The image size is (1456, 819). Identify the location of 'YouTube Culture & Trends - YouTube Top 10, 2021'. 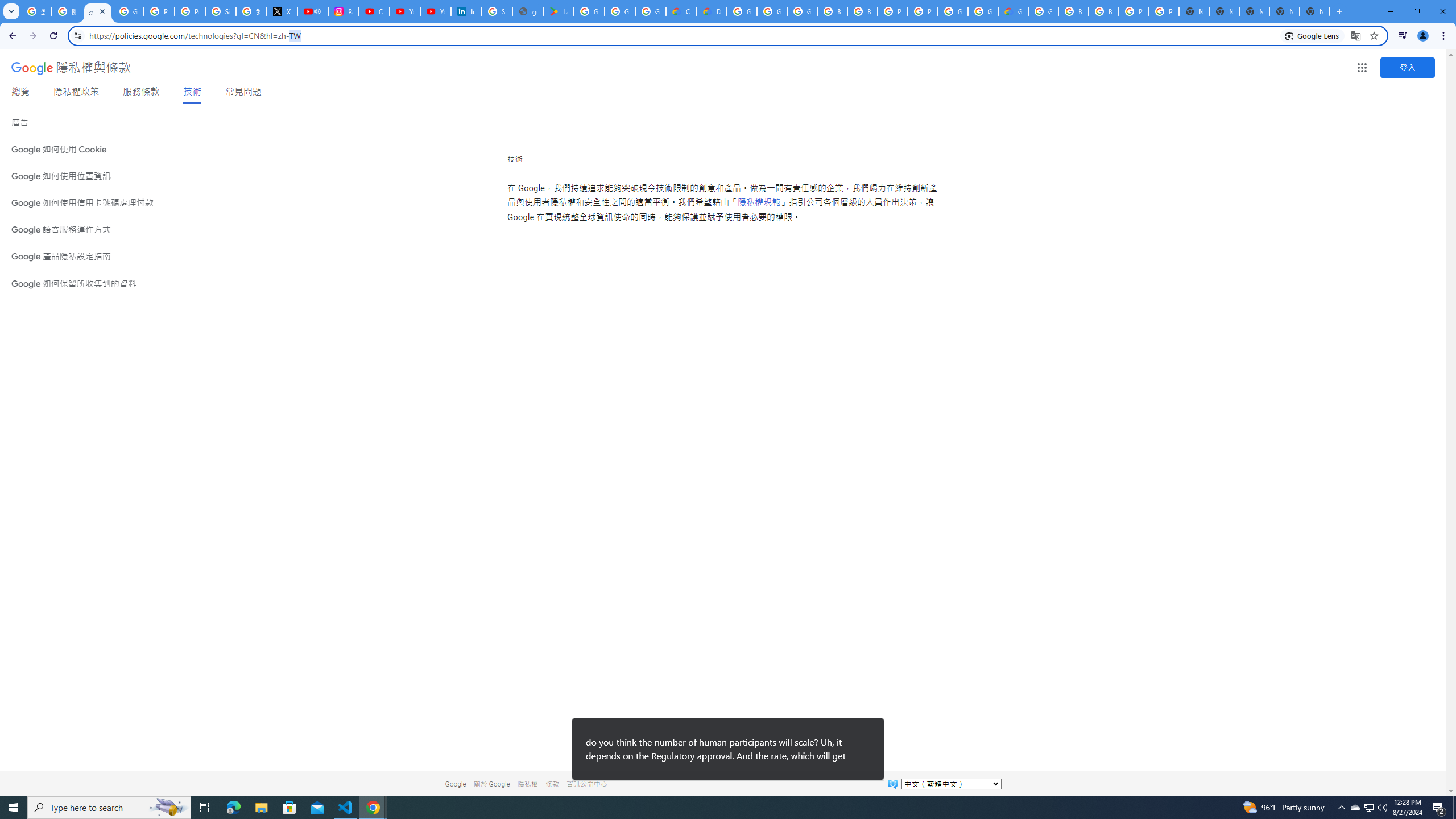
(435, 11).